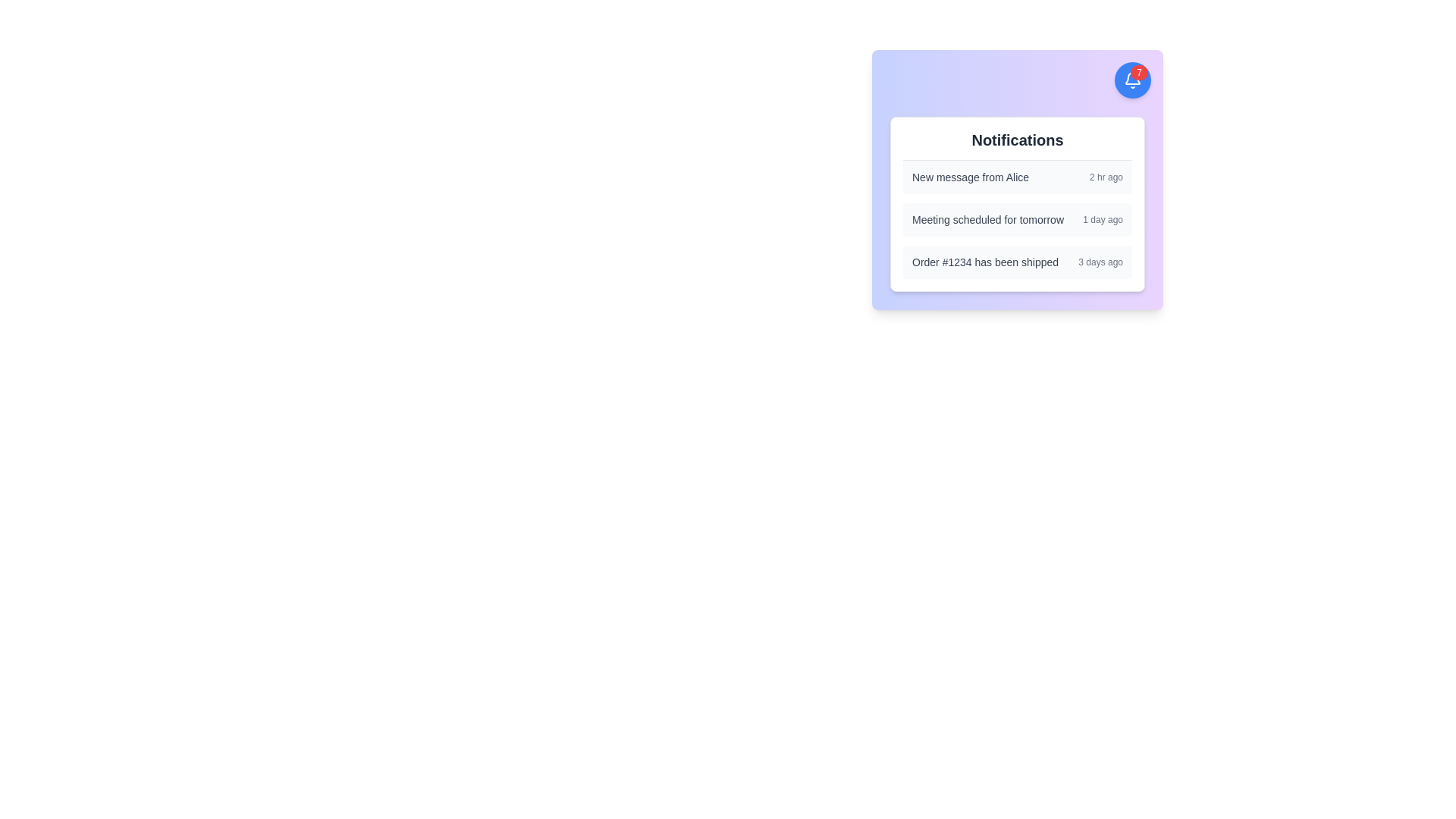 This screenshot has height=819, width=1456. Describe the element at coordinates (1103, 219) in the screenshot. I see `timestamp information displayed as '1 day ago' in small gray text, located in the notification panel next to the notification item` at that location.